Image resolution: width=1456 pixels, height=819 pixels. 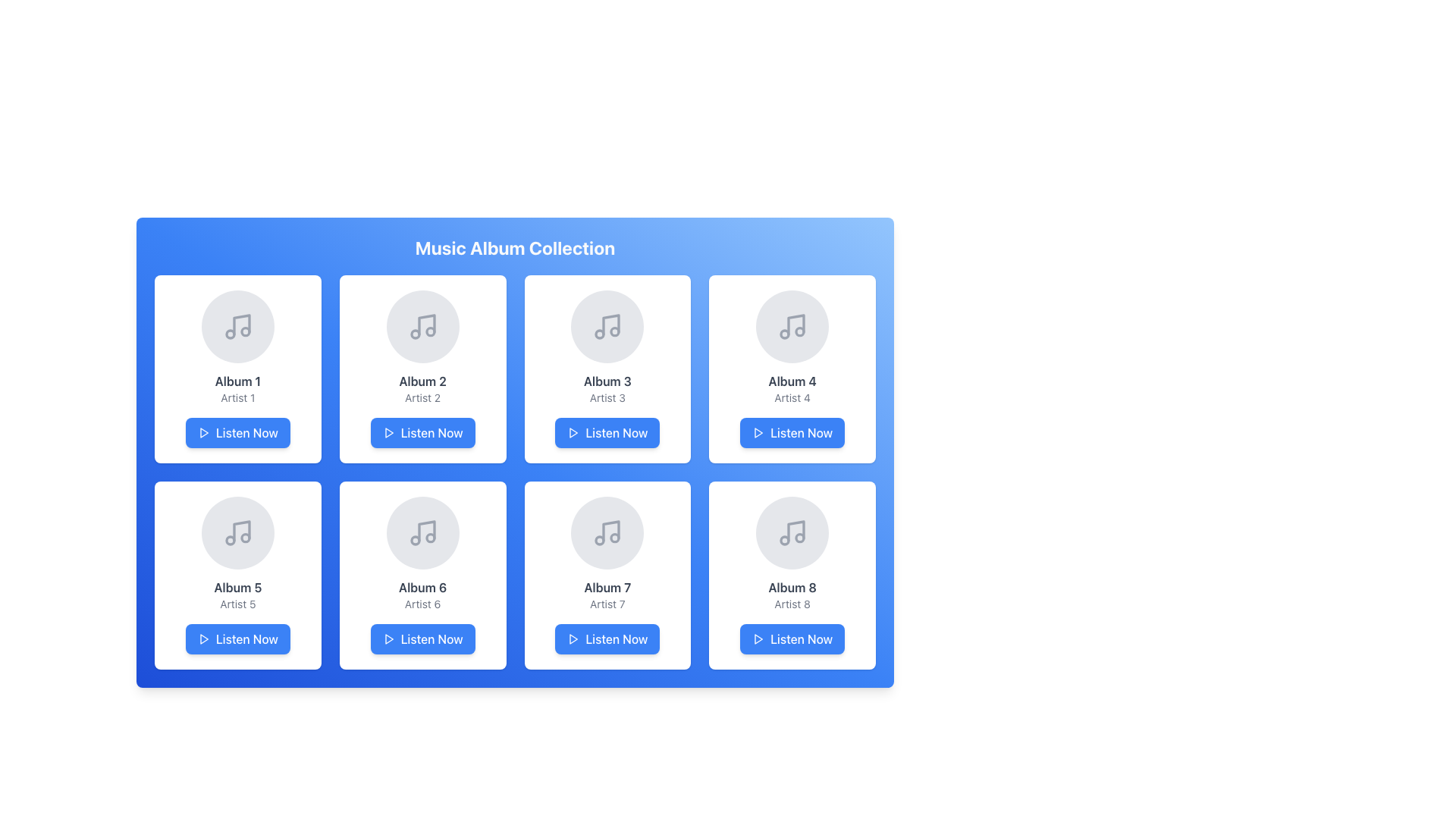 What do you see at coordinates (389, 639) in the screenshot?
I see `the triangular play icon located within the 'Listen Now' button of the sixth album card in the grid layout to play the album` at bounding box center [389, 639].